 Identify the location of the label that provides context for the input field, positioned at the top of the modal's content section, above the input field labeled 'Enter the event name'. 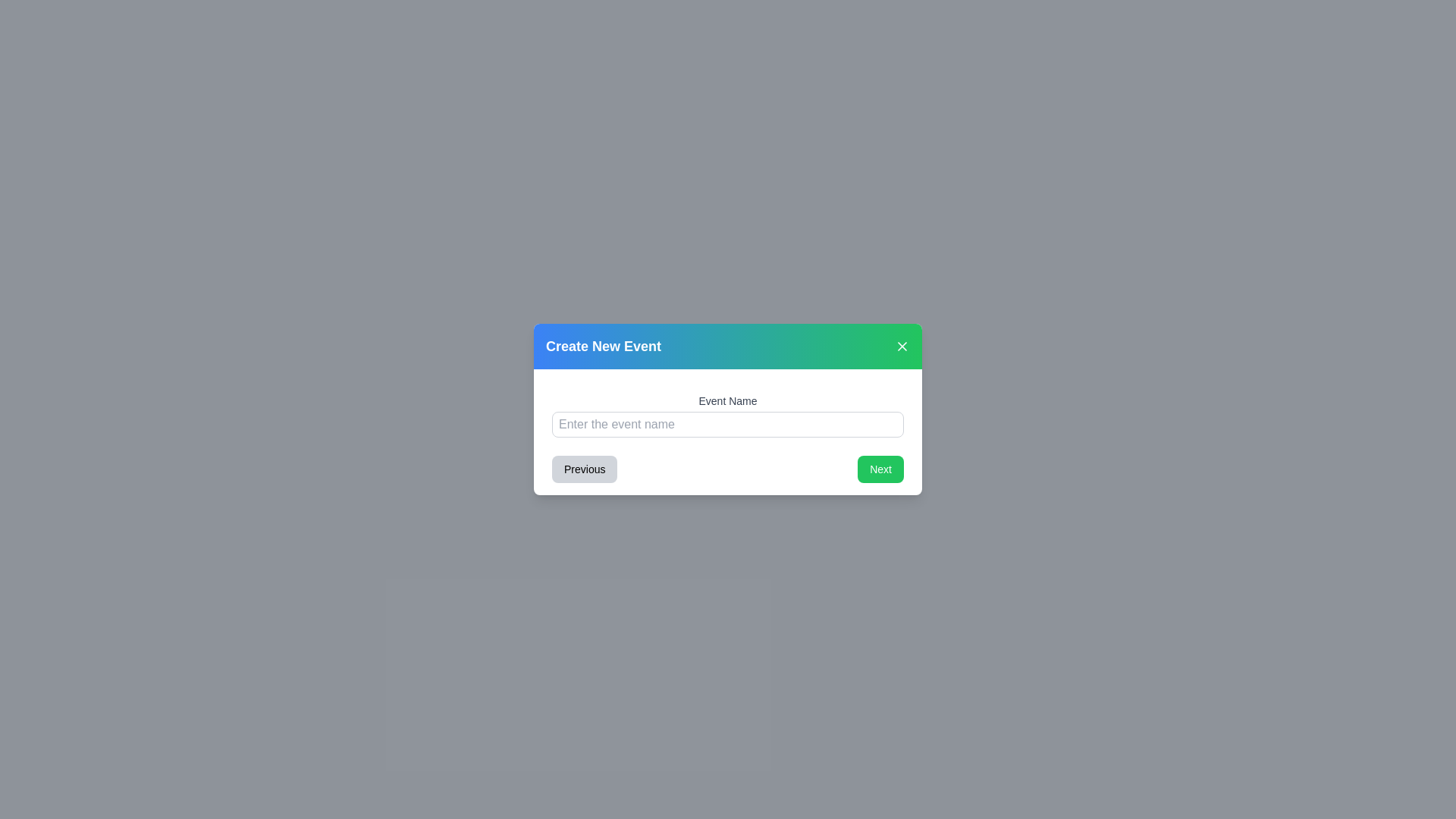
(728, 400).